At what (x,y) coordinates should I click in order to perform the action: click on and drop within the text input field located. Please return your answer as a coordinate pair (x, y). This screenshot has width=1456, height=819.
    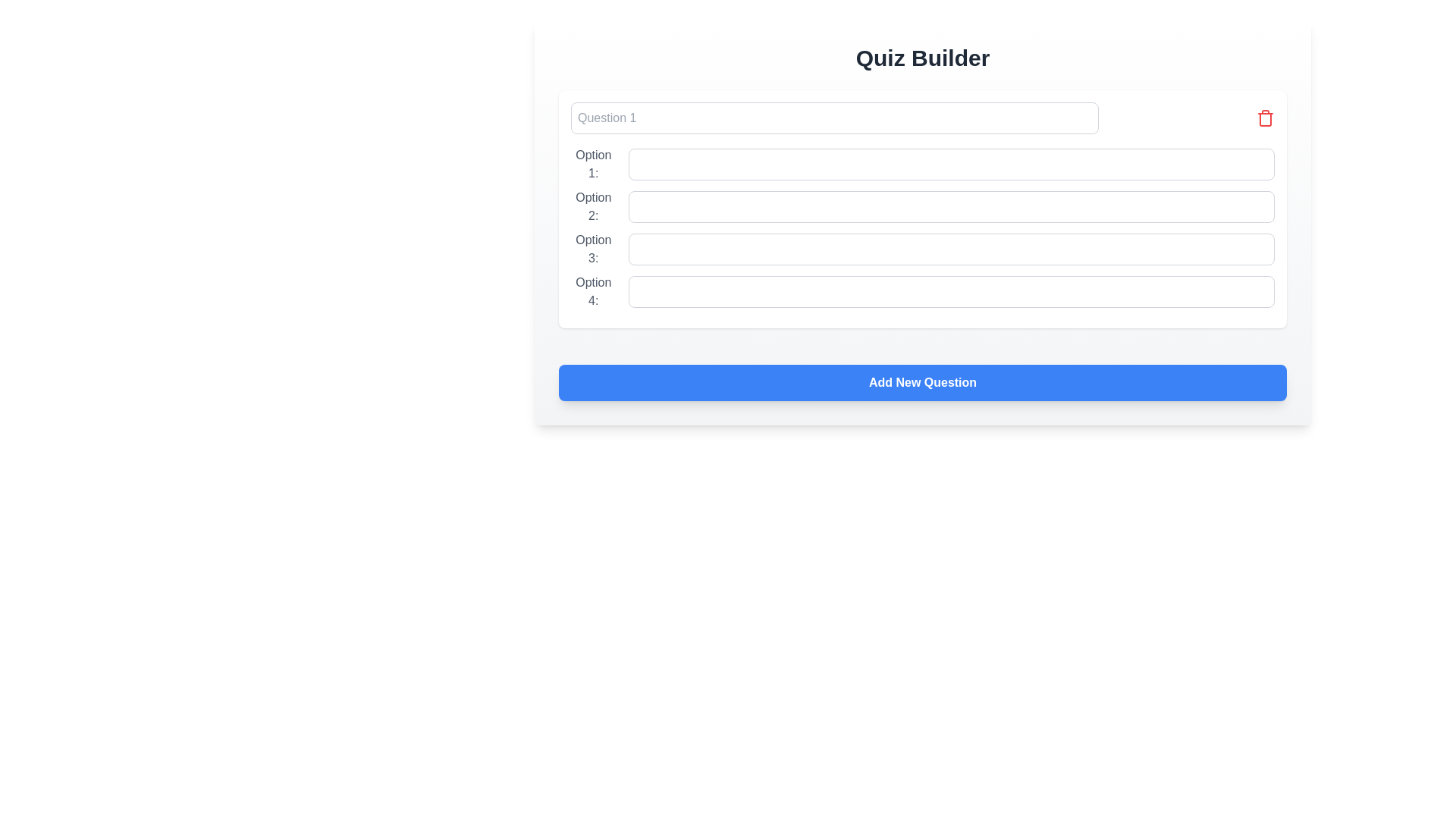
    Looking at the image, I should click on (950, 292).